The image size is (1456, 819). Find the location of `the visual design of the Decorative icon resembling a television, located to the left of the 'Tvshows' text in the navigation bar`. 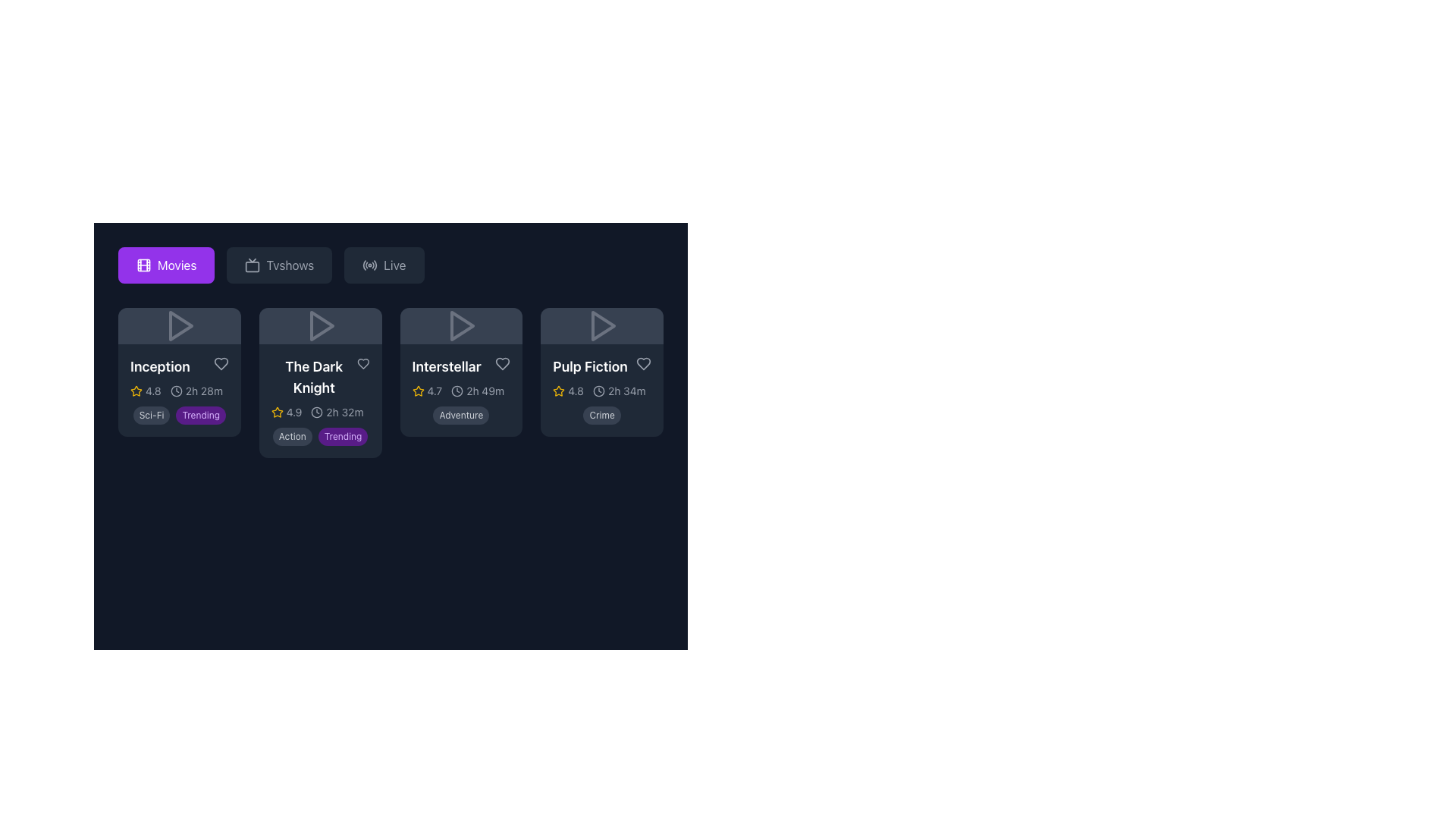

the visual design of the Decorative icon resembling a television, located to the left of the 'Tvshows' text in the navigation bar is located at coordinates (253, 265).